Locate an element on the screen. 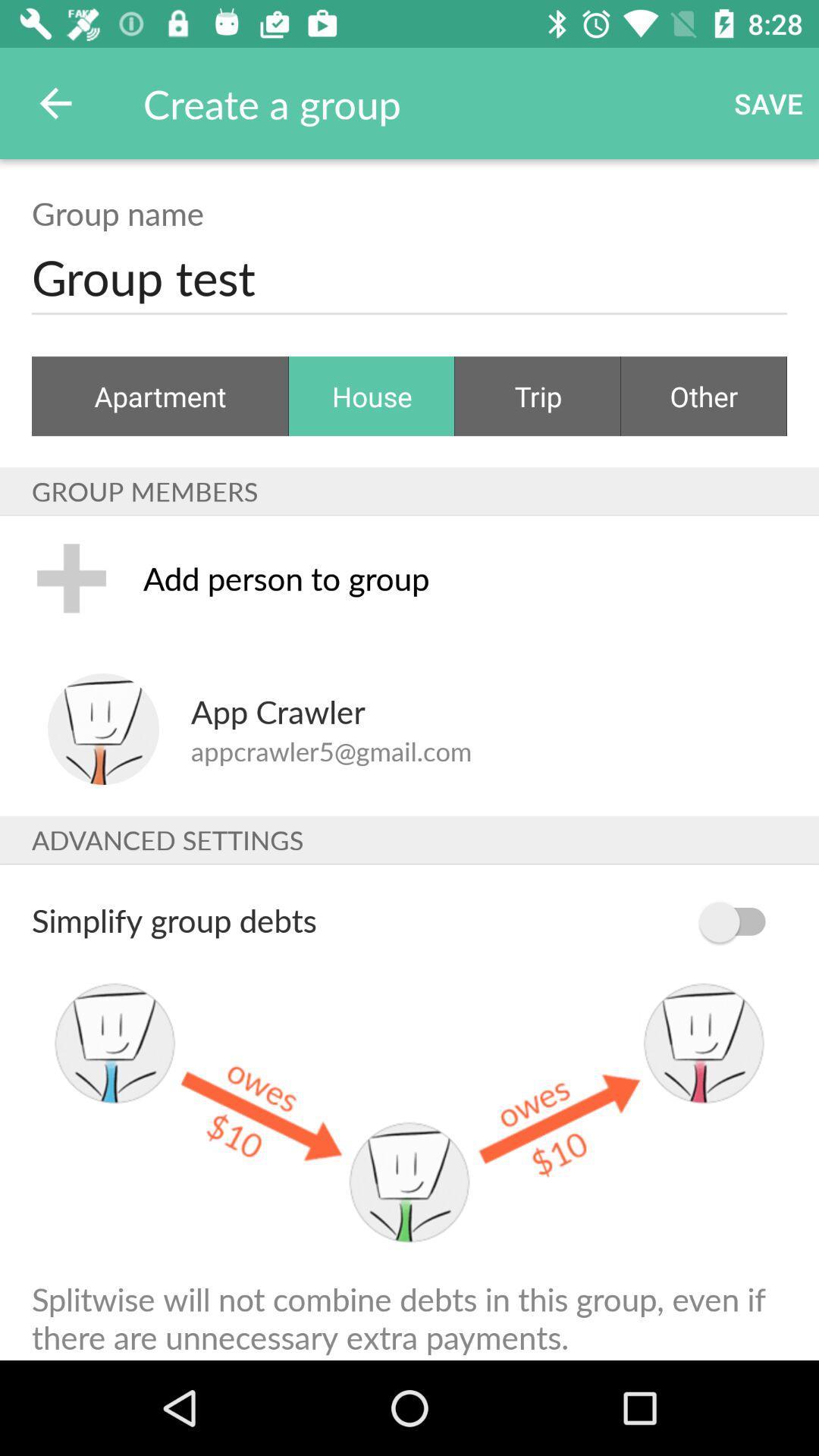 This screenshot has height=1456, width=819. the group test  item is located at coordinates (409, 282).